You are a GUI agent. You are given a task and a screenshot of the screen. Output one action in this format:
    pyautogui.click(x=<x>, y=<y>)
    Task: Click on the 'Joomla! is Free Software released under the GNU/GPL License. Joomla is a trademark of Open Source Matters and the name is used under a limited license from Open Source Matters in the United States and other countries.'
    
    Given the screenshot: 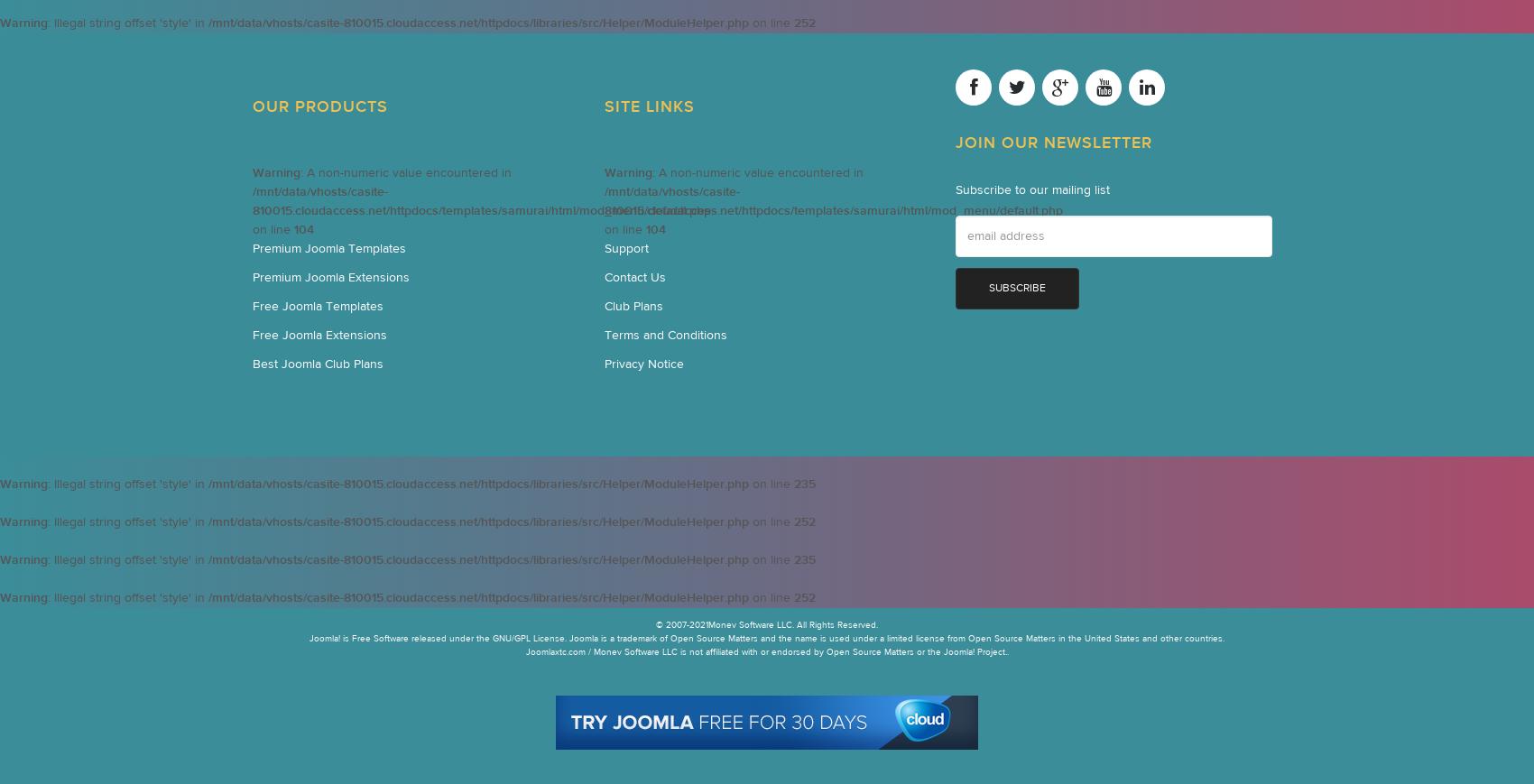 What is the action you would take?
    pyautogui.click(x=767, y=638)
    